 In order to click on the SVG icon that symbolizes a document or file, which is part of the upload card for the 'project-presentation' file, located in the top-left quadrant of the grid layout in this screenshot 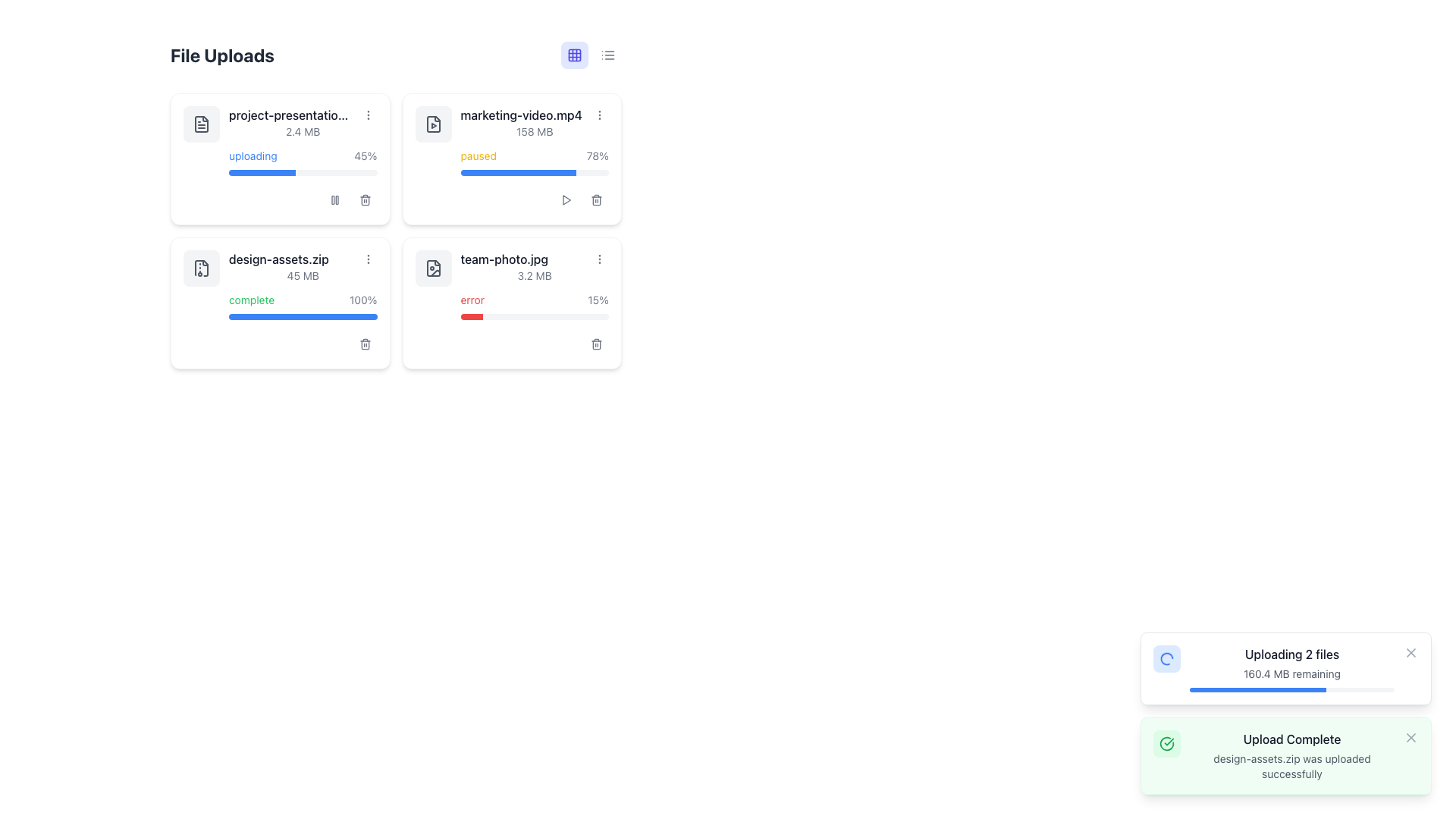, I will do `click(200, 124)`.